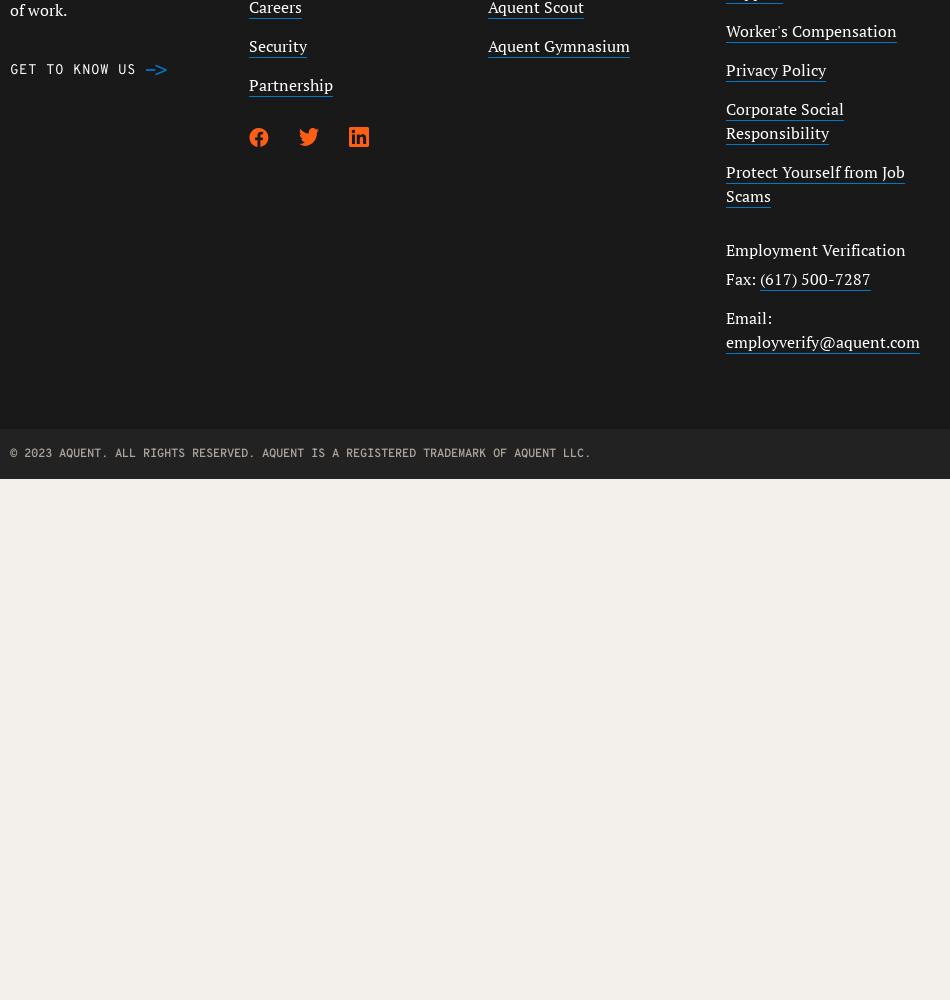 This screenshot has width=950, height=1000. I want to click on 'GET TO KNOW US', so click(72, 69).